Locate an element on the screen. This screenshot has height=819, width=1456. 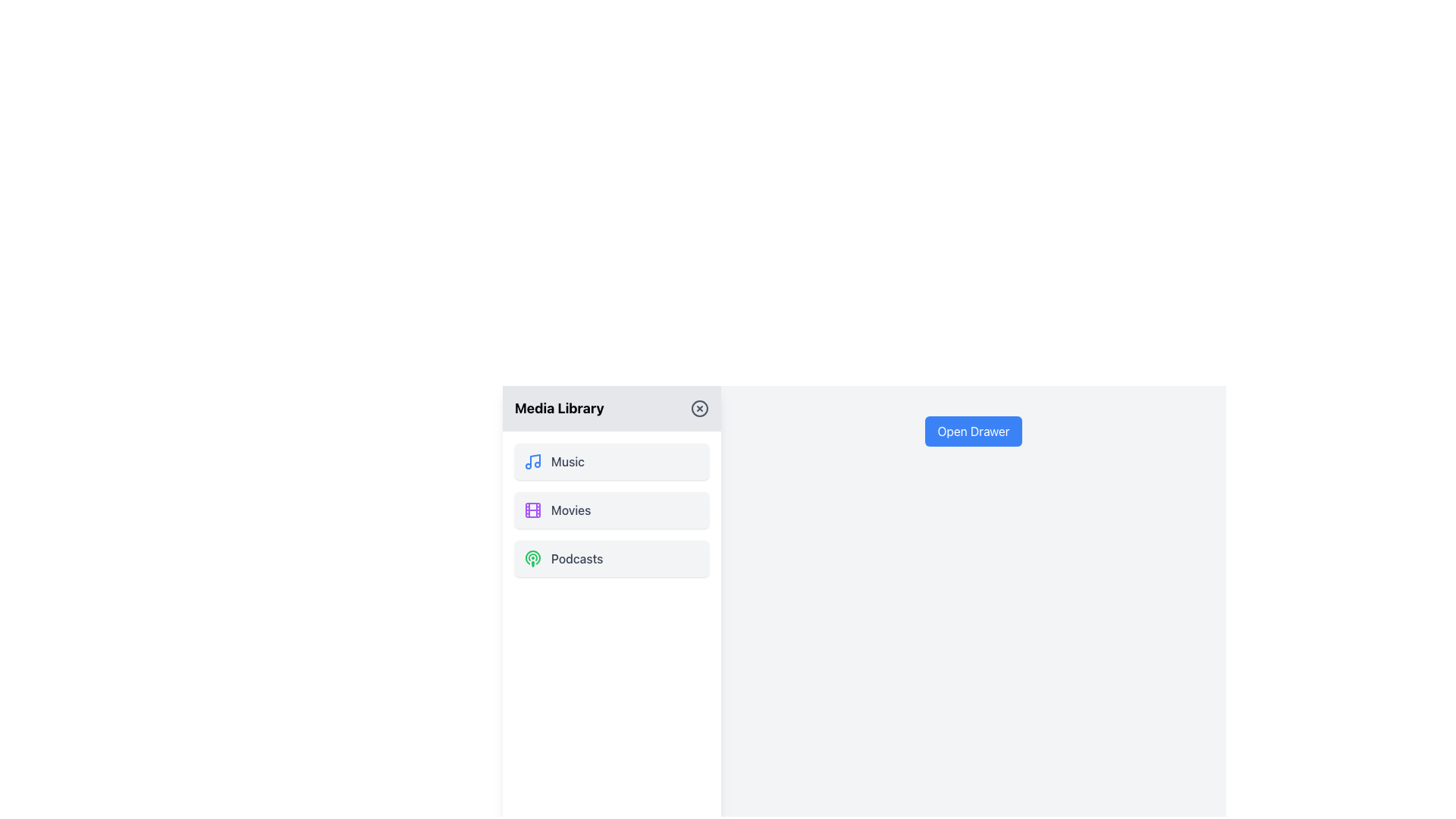
the 'Movies' button in the Media Library sidebar is located at coordinates (611, 510).